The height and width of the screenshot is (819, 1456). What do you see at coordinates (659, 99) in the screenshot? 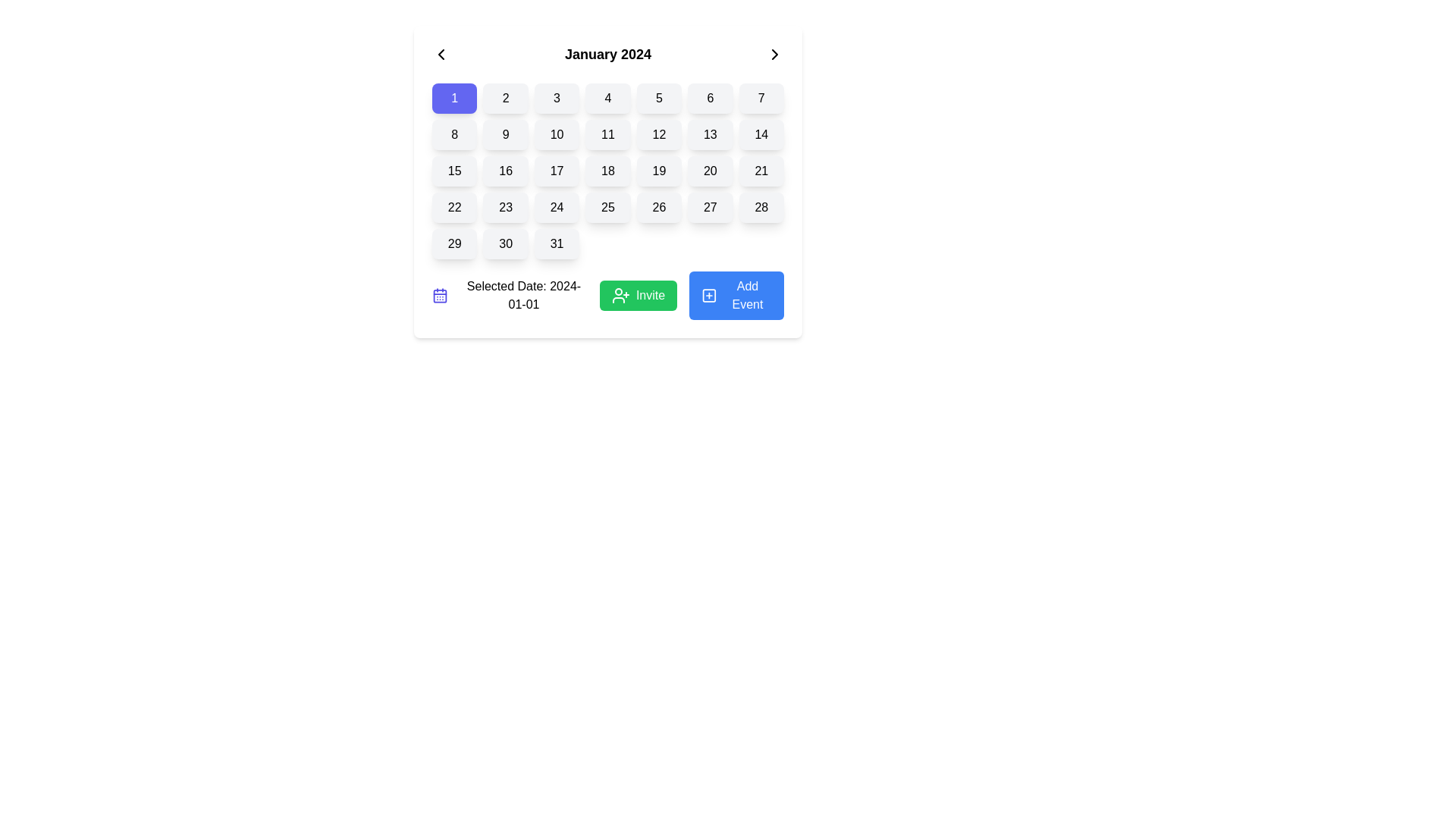
I see `the square-shaped button with the text '5' in a calendar layout` at bounding box center [659, 99].